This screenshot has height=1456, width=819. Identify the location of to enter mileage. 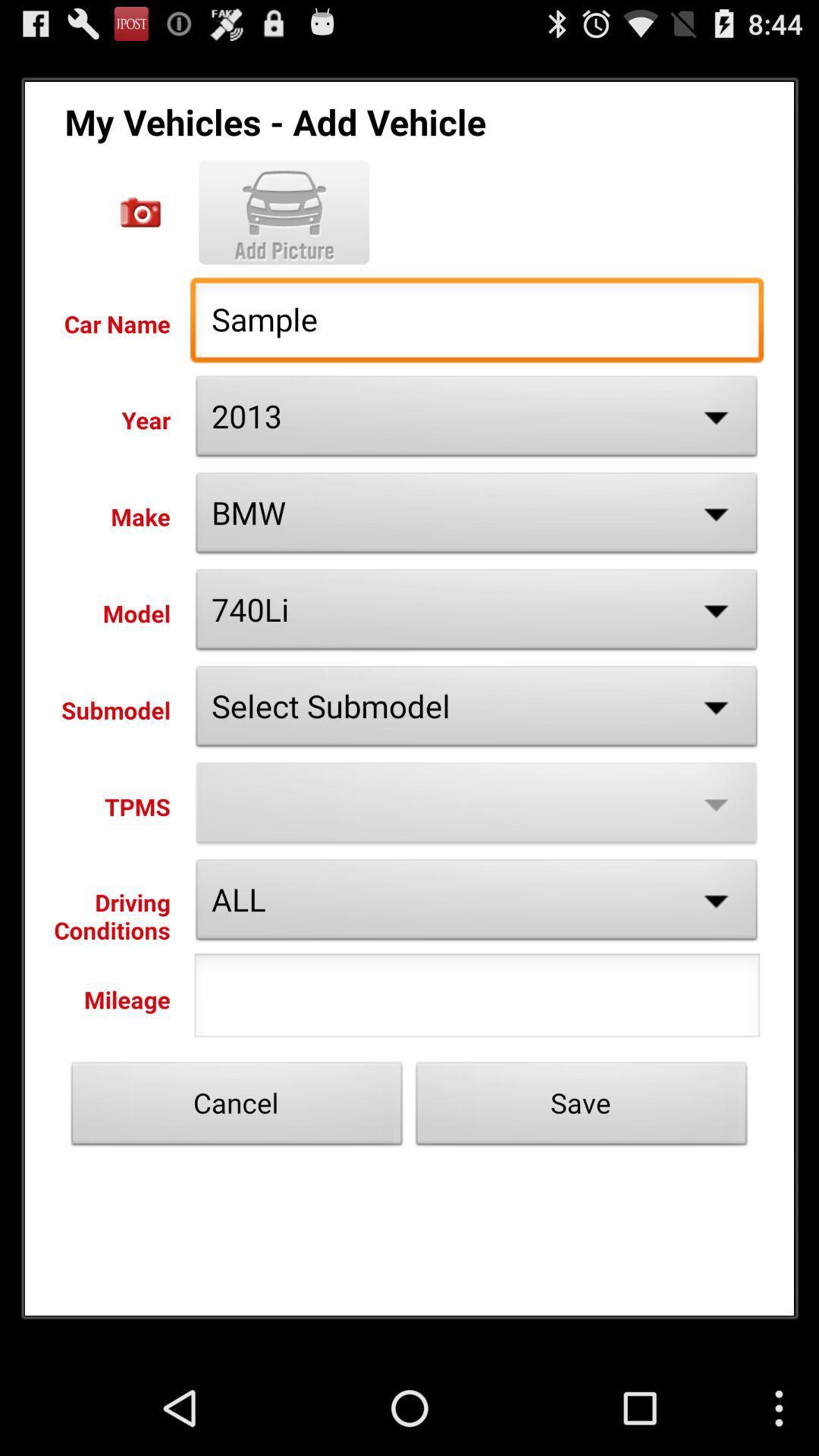
(476, 999).